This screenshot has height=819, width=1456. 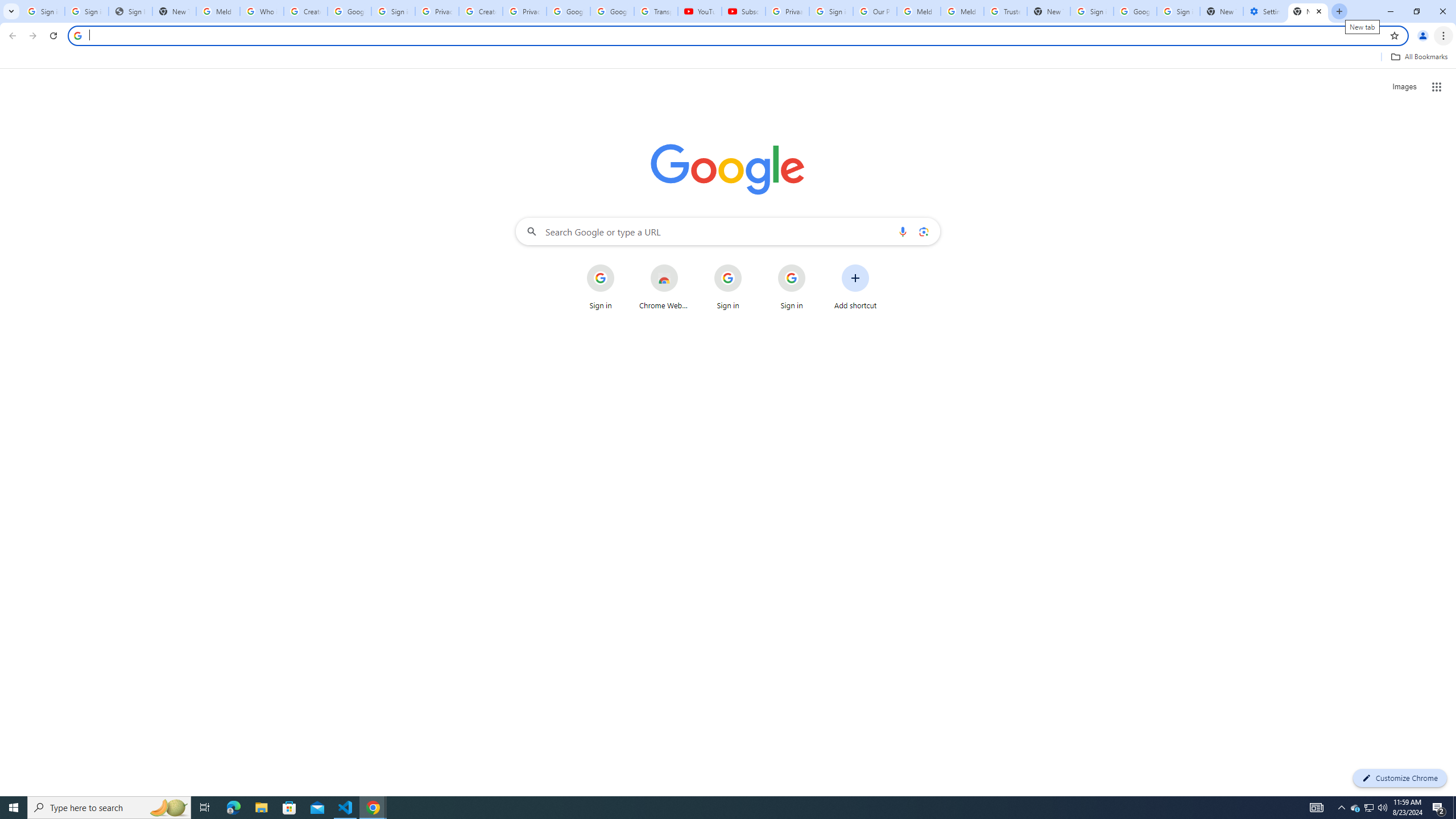 What do you see at coordinates (728, 230) in the screenshot?
I see `'Search Google or type a URL'` at bounding box center [728, 230].